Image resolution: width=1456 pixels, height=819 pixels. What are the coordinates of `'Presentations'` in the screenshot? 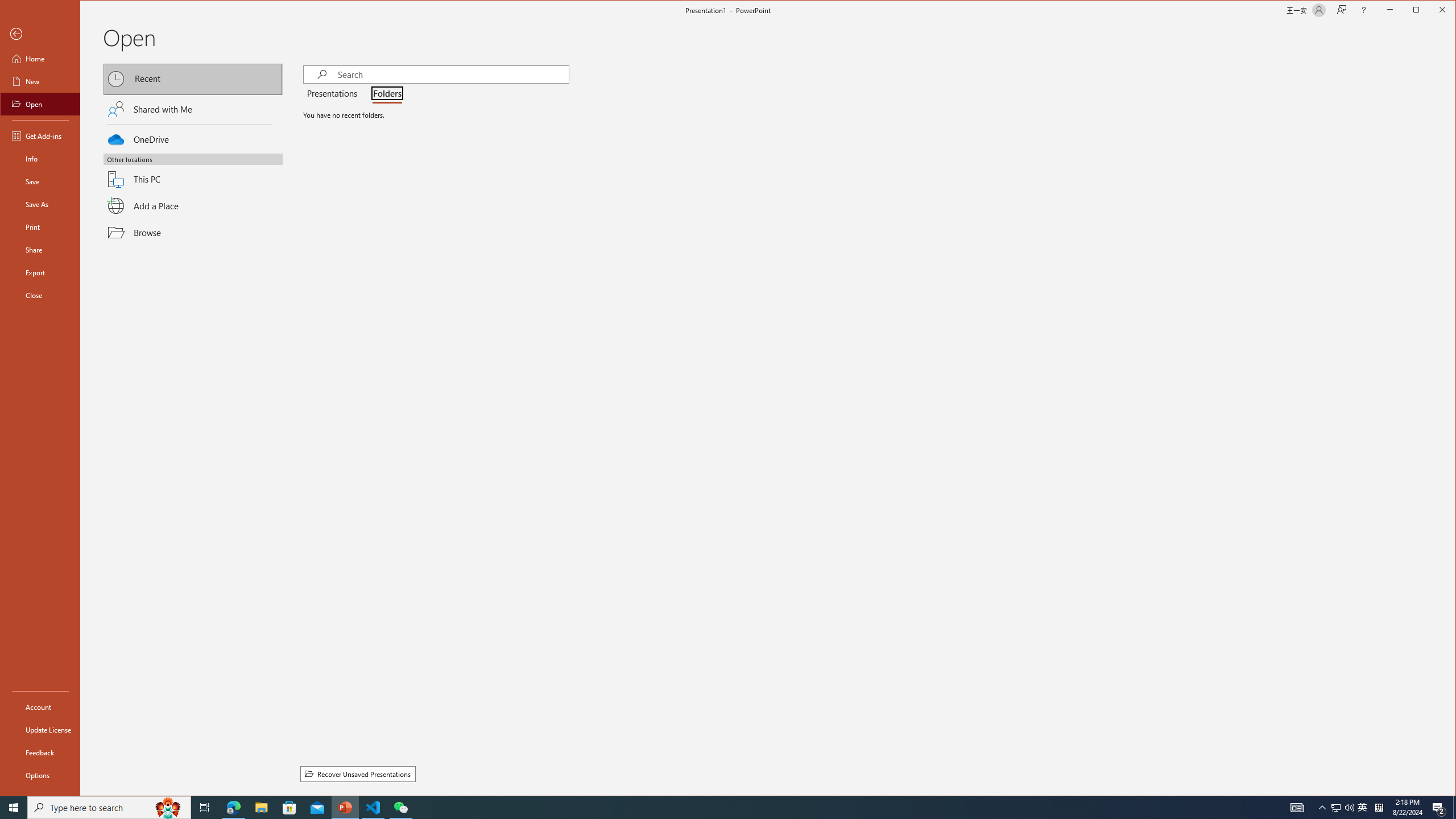 It's located at (334, 93).